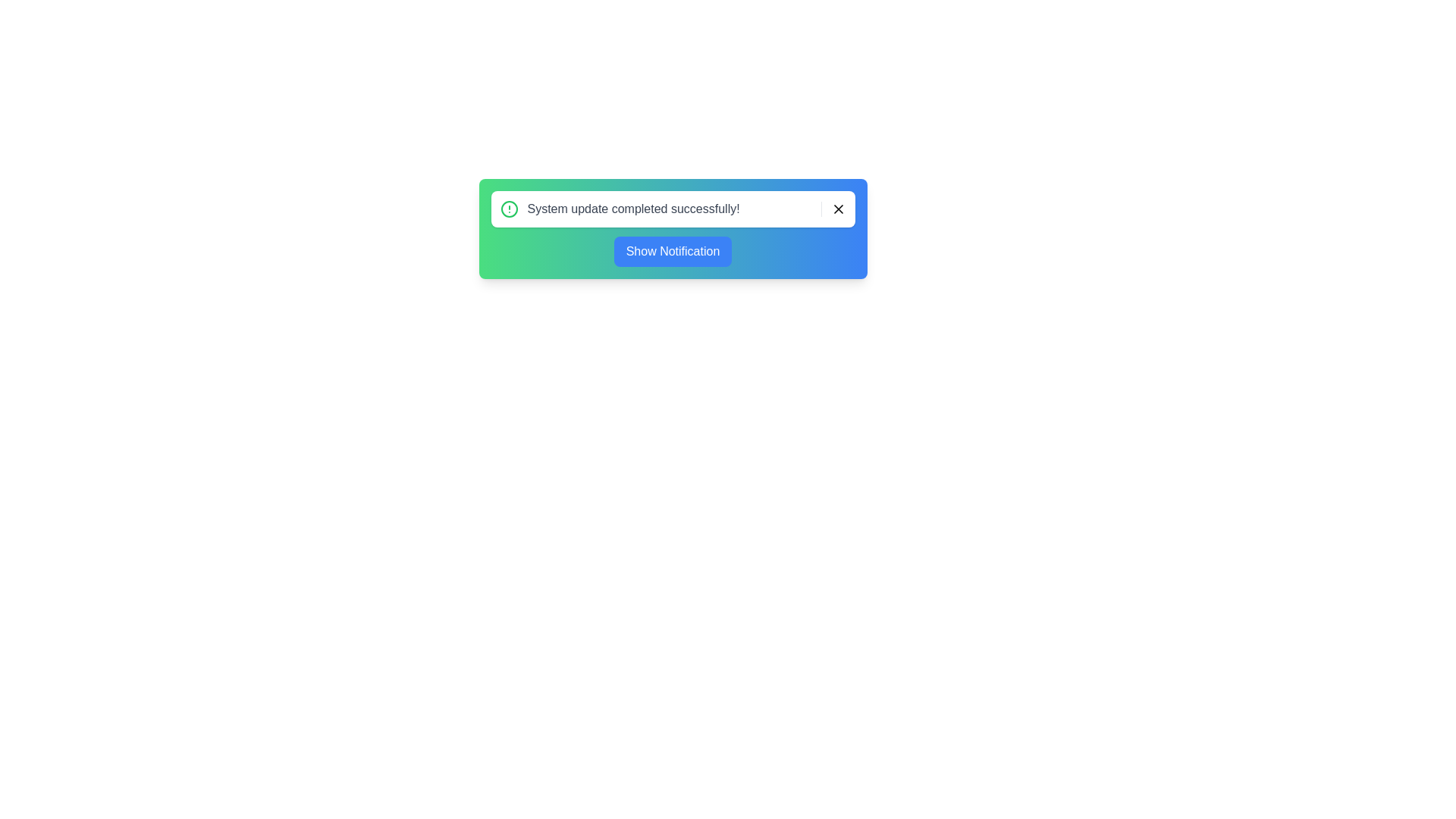 This screenshot has width=1456, height=819. I want to click on the notification message that indicates 'System update completed successfully!' which includes a green alert icon on its left, so click(624, 209).